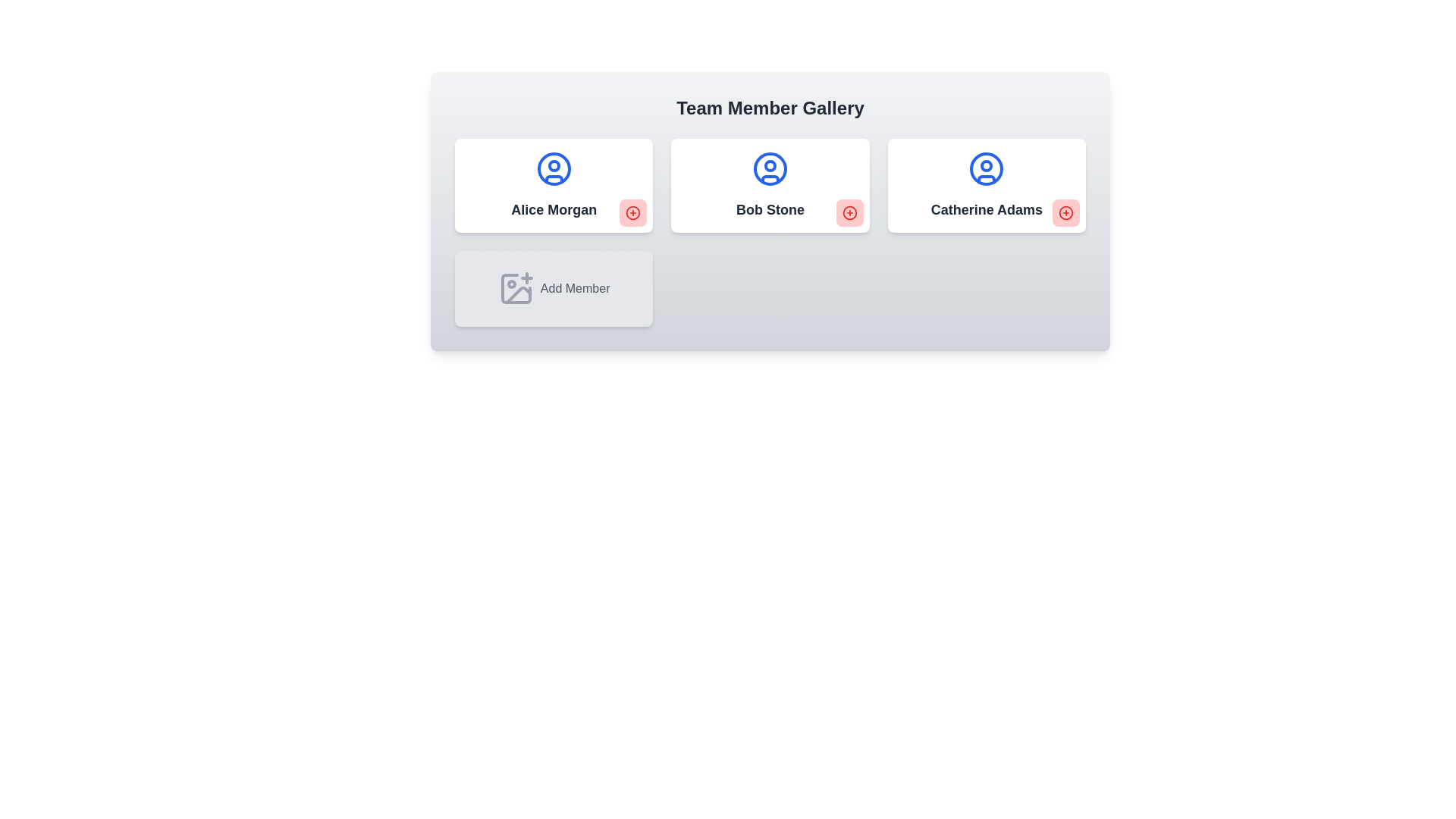 Image resolution: width=1456 pixels, height=819 pixels. I want to click on the central circular SVG element styled in red, part of the icon associated with the 'Catherine Adams' card, indicating a delete action, so click(1065, 213).